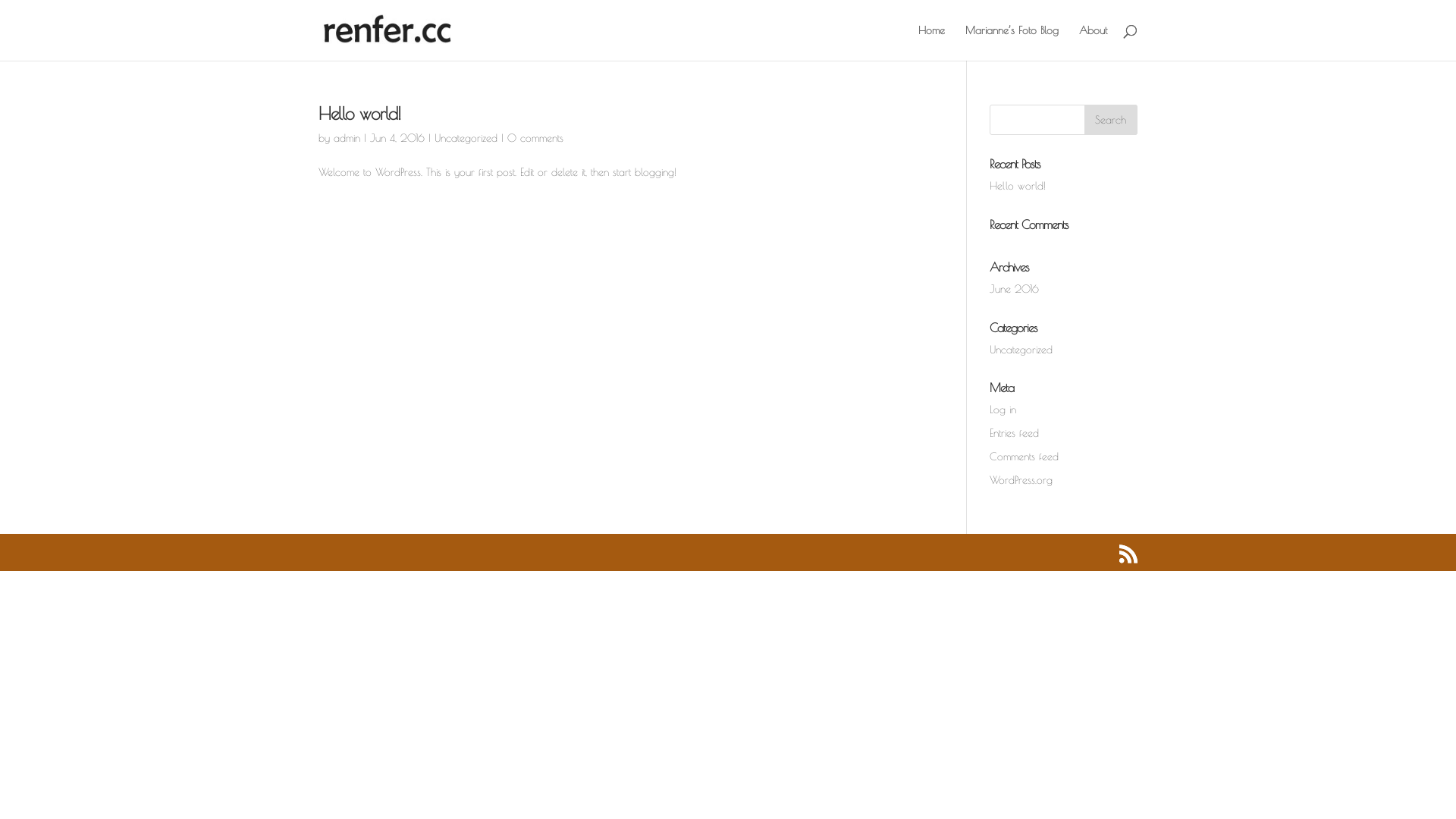  I want to click on 'Search', so click(1110, 119).